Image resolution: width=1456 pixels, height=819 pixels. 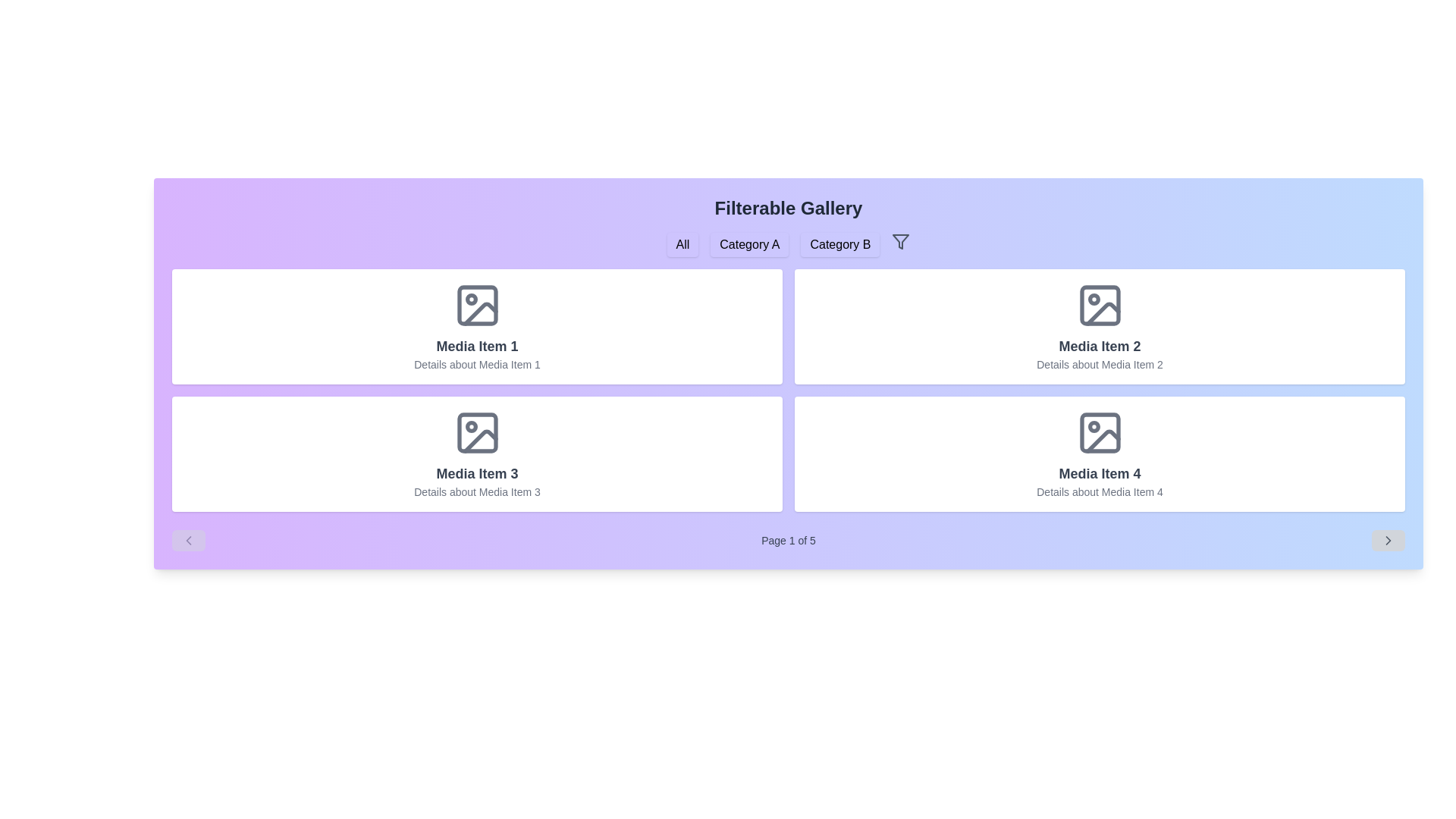 What do you see at coordinates (839, 244) in the screenshot?
I see `the 'Category B' text button in the top navigation bar` at bounding box center [839, 244].